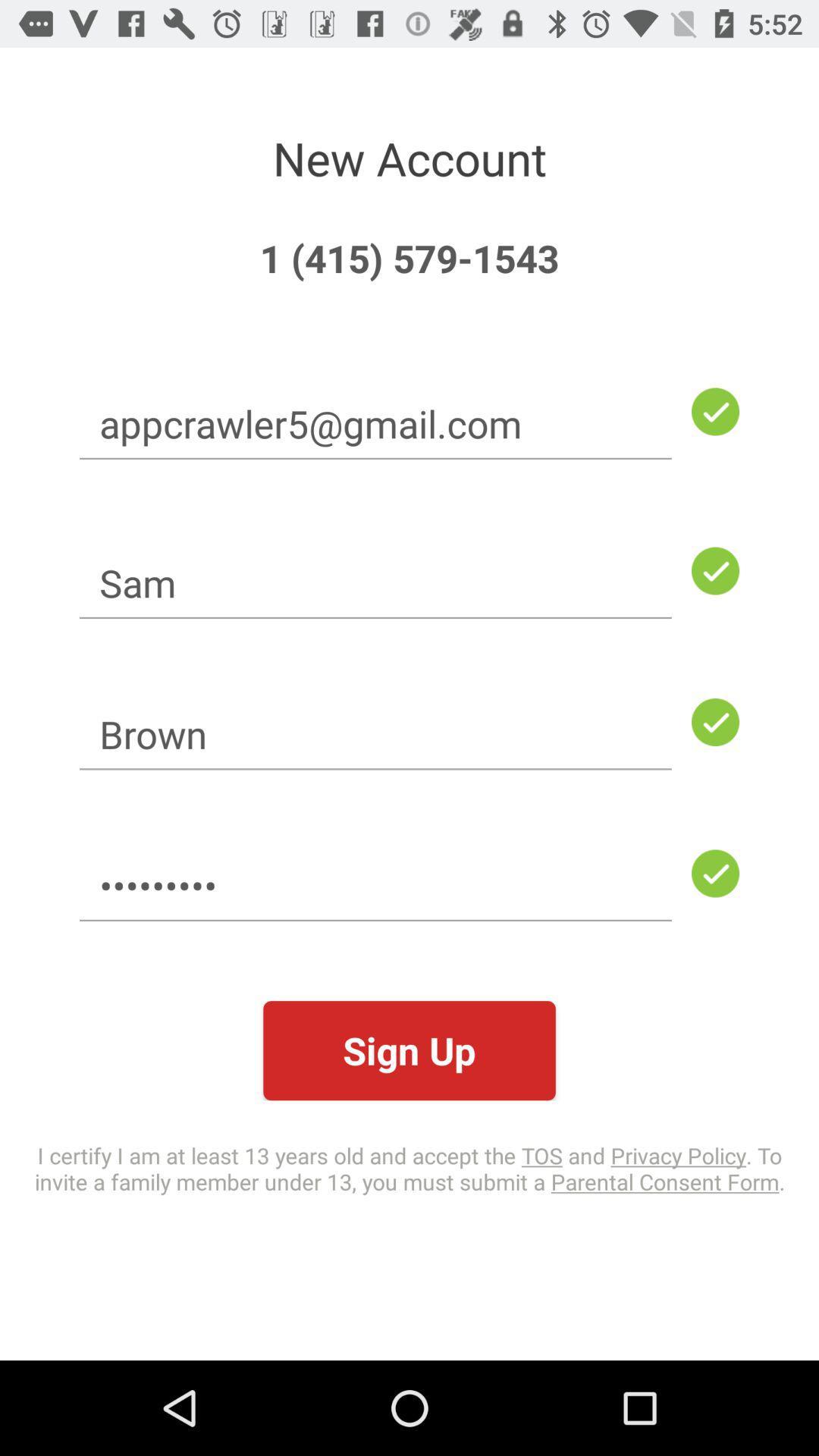 This screenshot has height=1456, width=819. Describe the element at coordinates (375, 423) in the screenshot. I see `item below the 1 415 579 item` at that location.